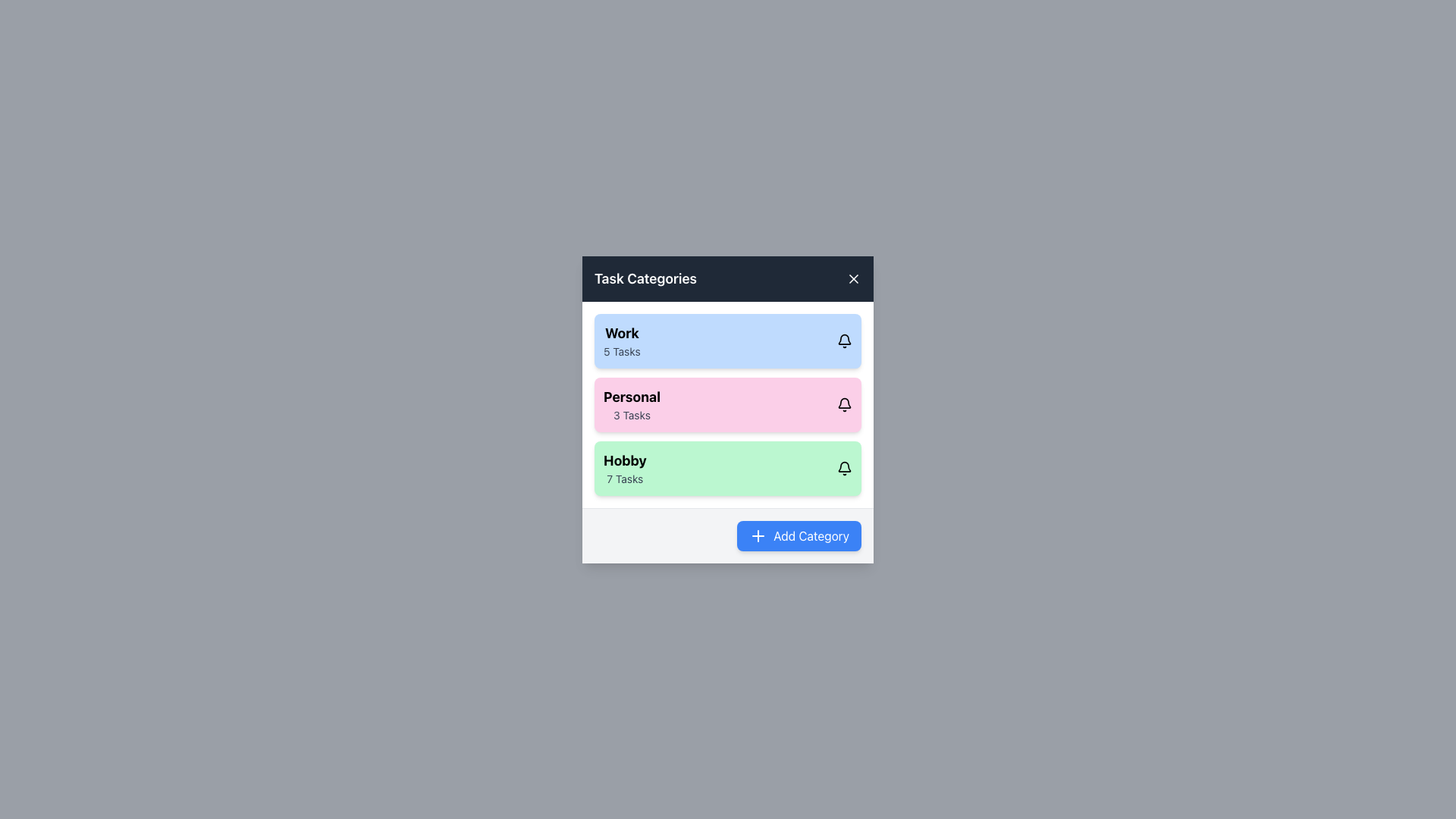 This screenshot has height=819, width=1456. Describe the element at coordinates (632, 403) in the screenshot. I see `the 'Personal' category label which indicates '3 Tasks' in the task categories section` at that location.